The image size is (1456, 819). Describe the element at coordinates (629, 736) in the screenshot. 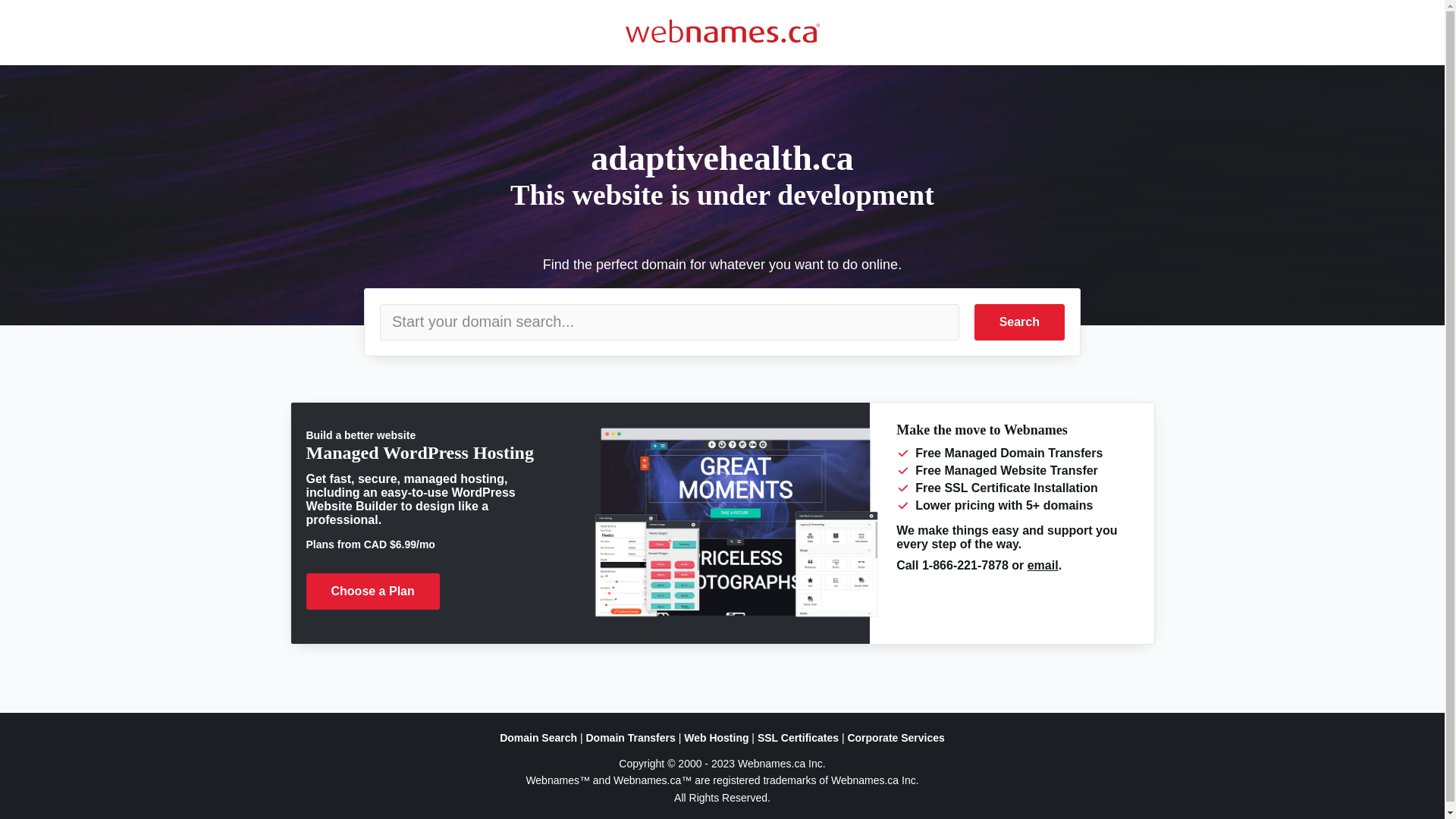

I see `'Domain Transfers'` at that location.